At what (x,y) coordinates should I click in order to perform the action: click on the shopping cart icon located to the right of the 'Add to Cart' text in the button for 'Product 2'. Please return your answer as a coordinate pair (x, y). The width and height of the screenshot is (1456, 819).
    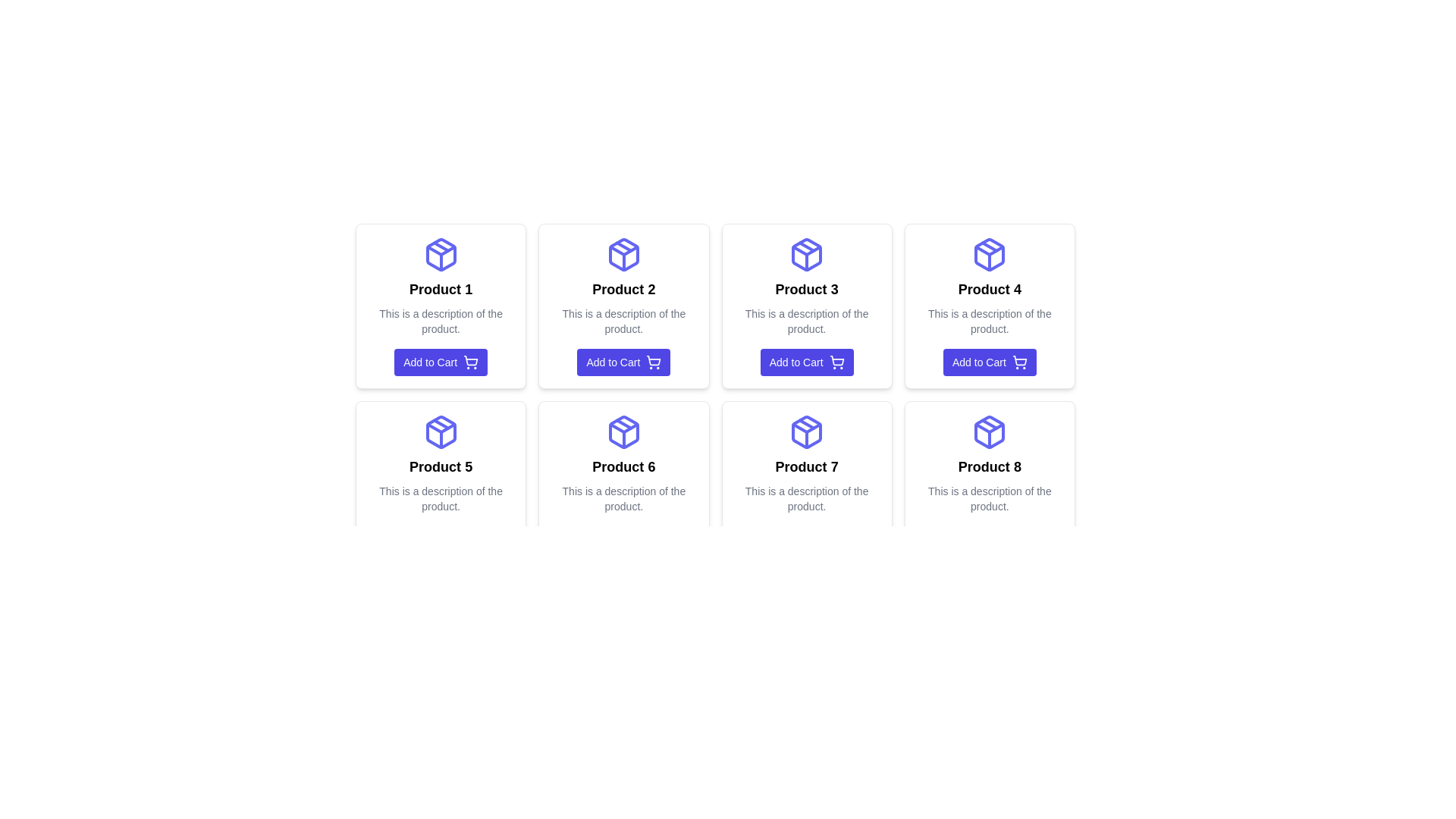
    Looking at the image, I should click on (654, 362).